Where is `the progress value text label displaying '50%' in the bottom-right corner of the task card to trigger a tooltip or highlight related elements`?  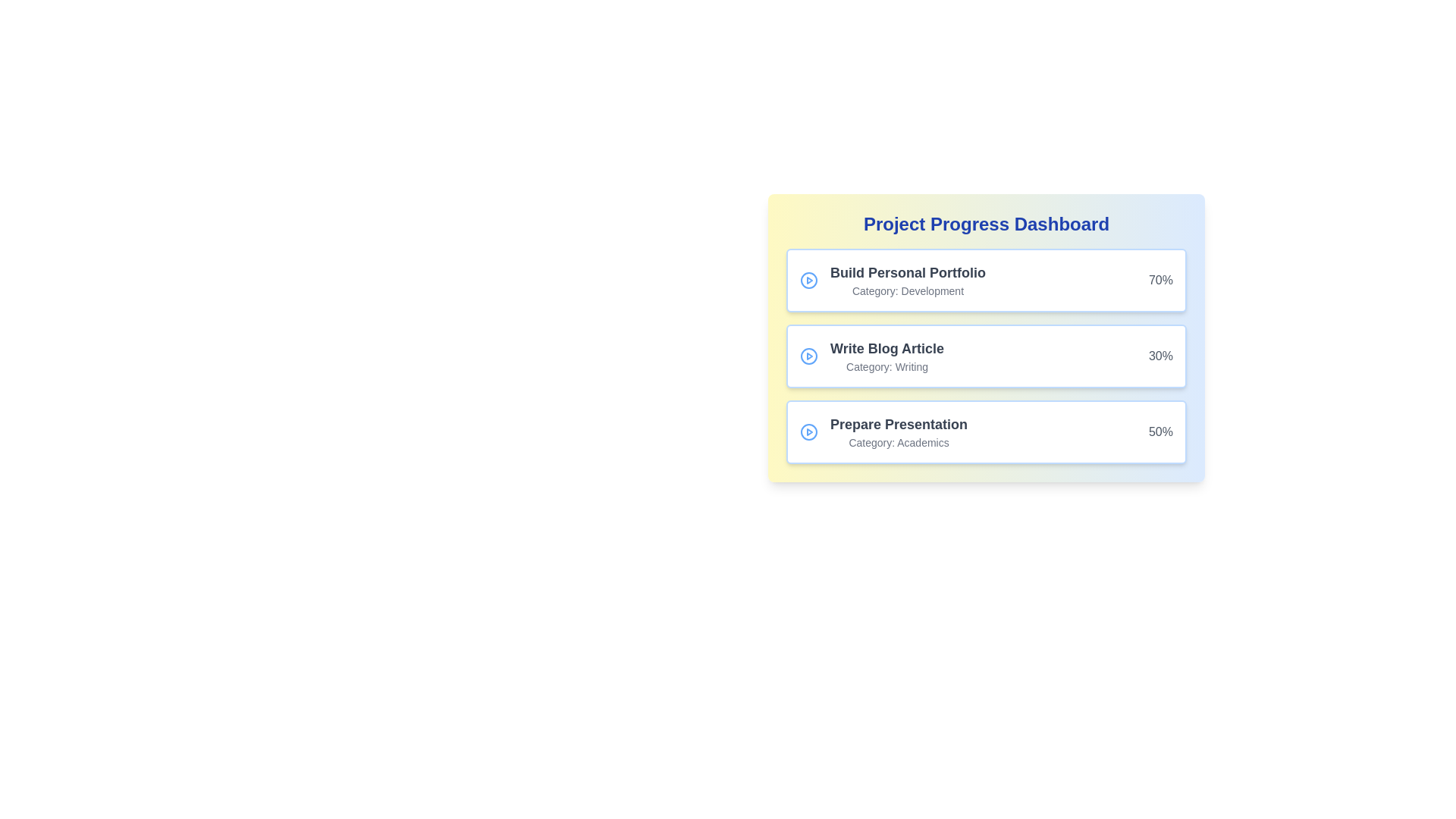 the progress value text label displaying '50%' in the bottom-right corner of the task card to trigger a tooltip or highlight related elements is located at coordinates (1160, 432).